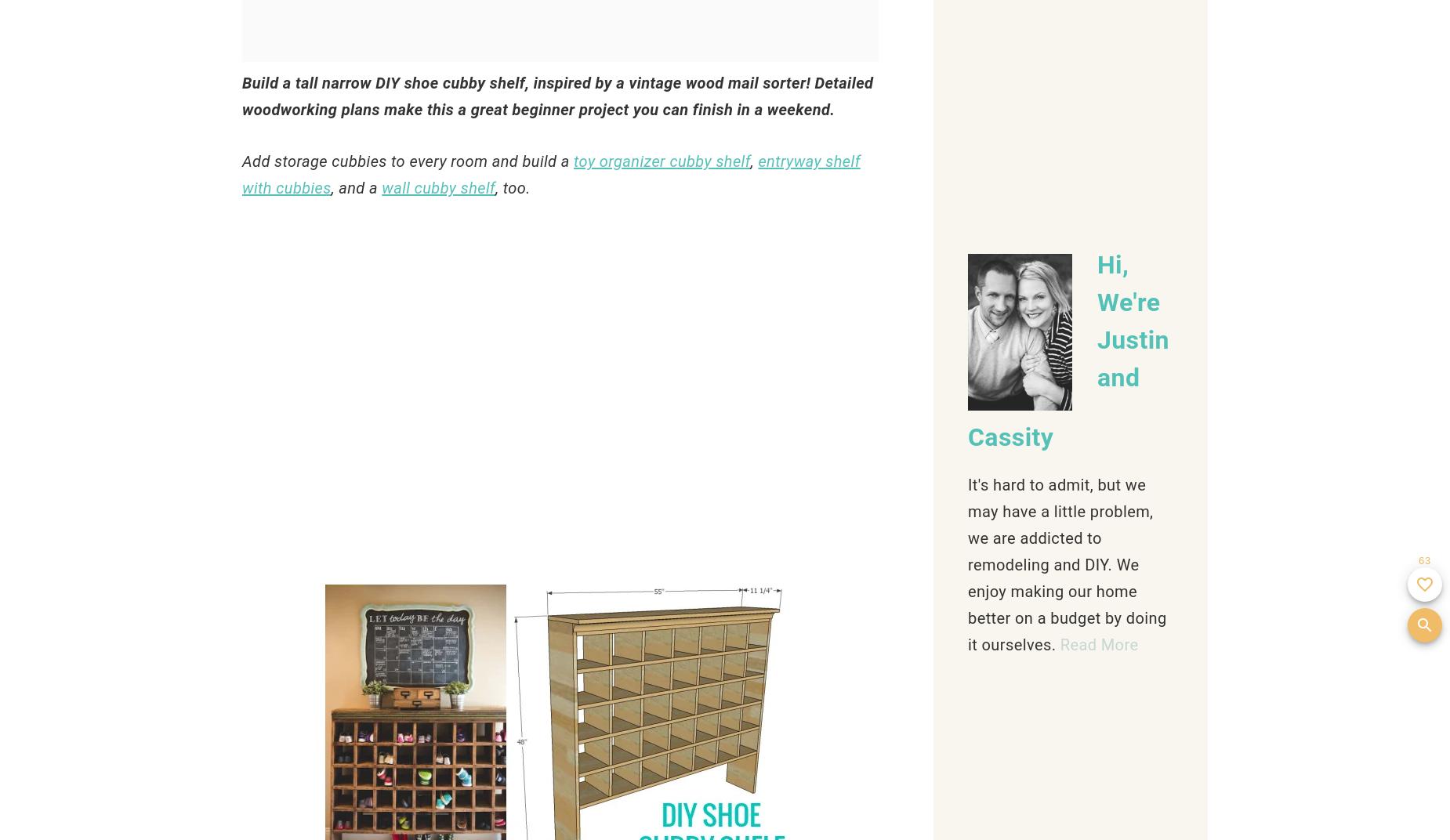 The height and width of the screenshot is (840, 1450). I want to click on 'Read More', so click(1098, 643).